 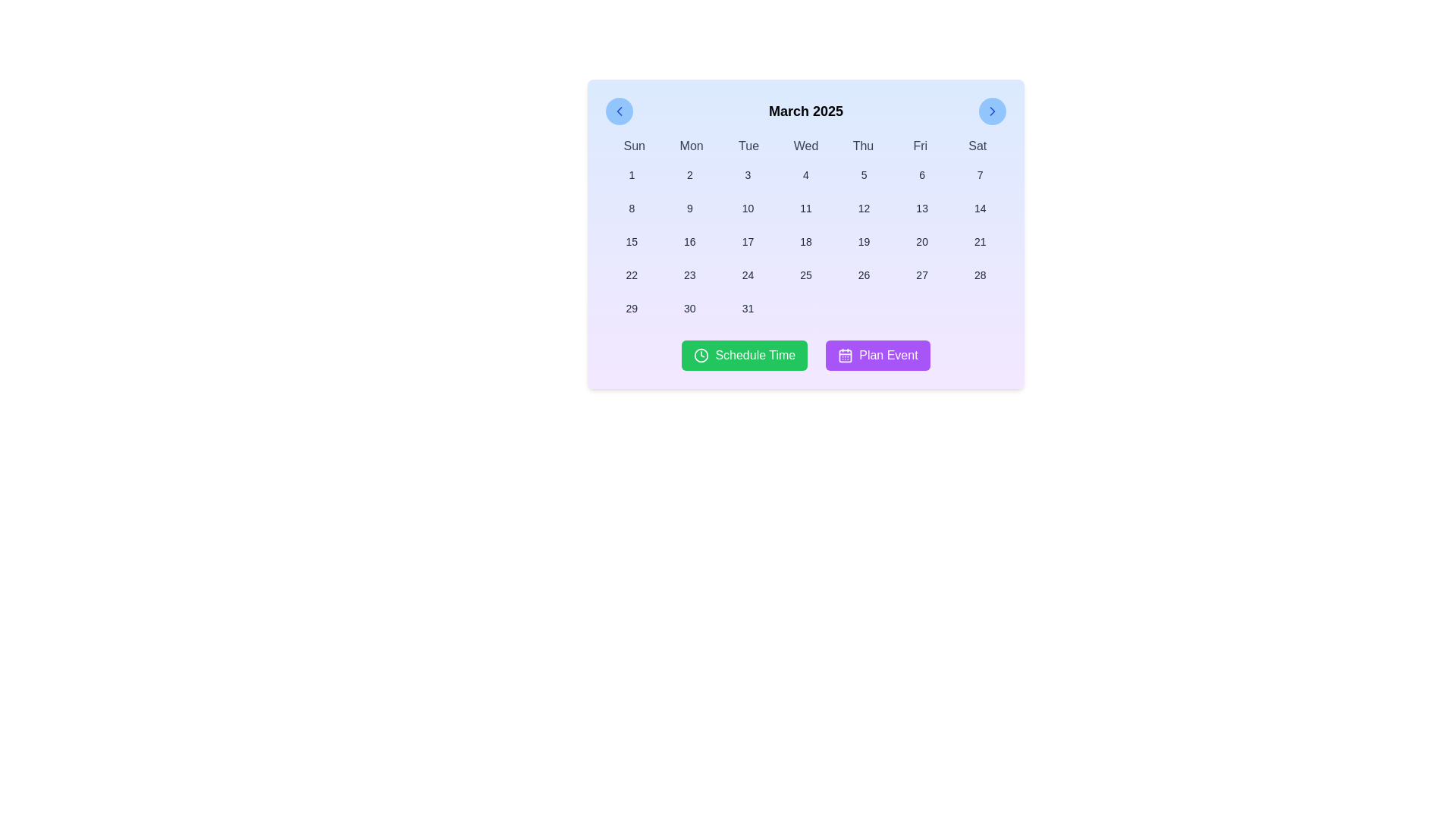 I want to click on the circular button with a soft blue background and a leftward-pointing blue chevron icon, so click(x=619, y=110).